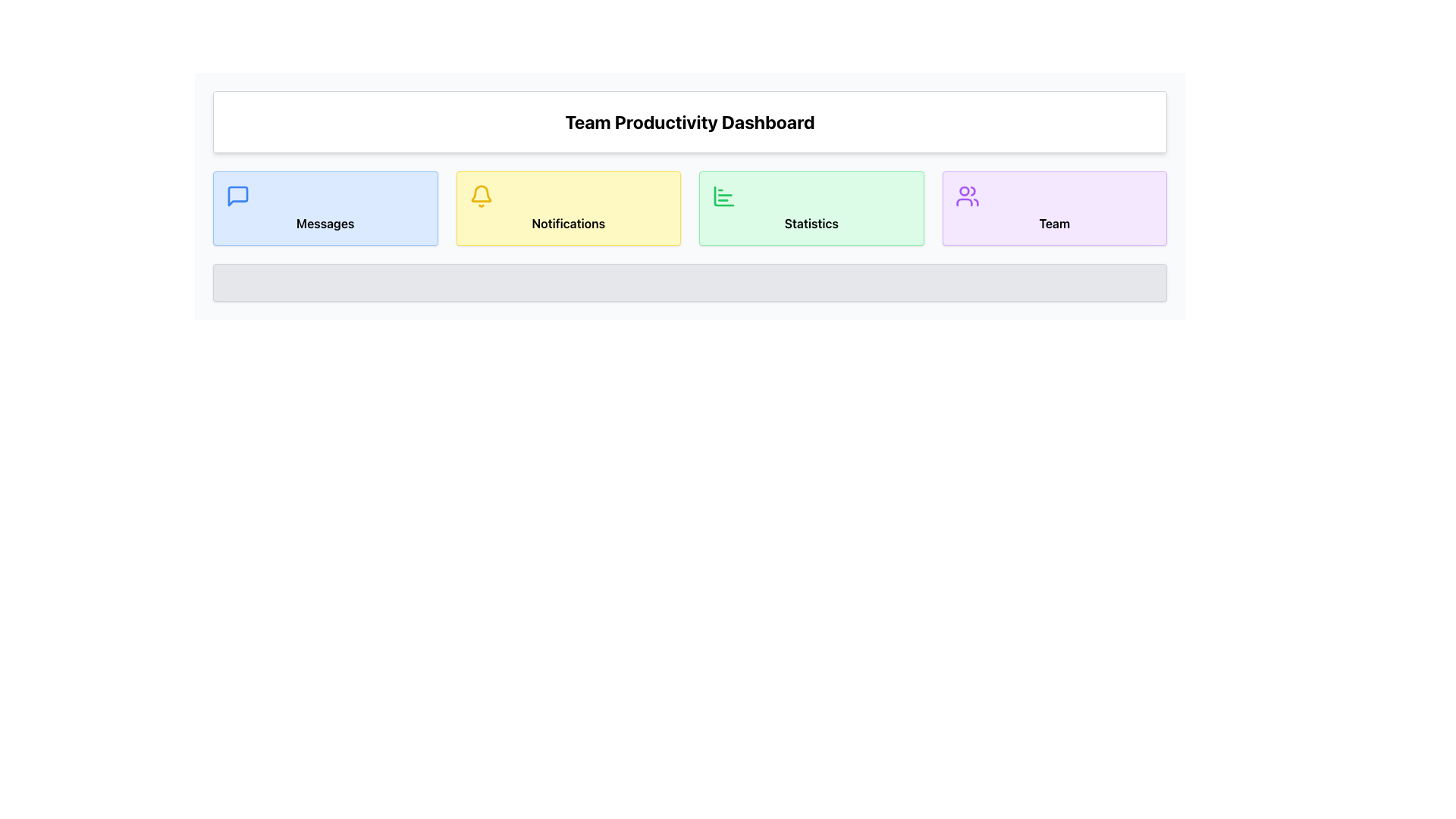 The image size is (1456, 819). What do you see at coordinates (811, 223) in the screenshot?
I see `the 'Statistics' label located in the green box on the central-right side of the interface` at bounding box center [811, 223].